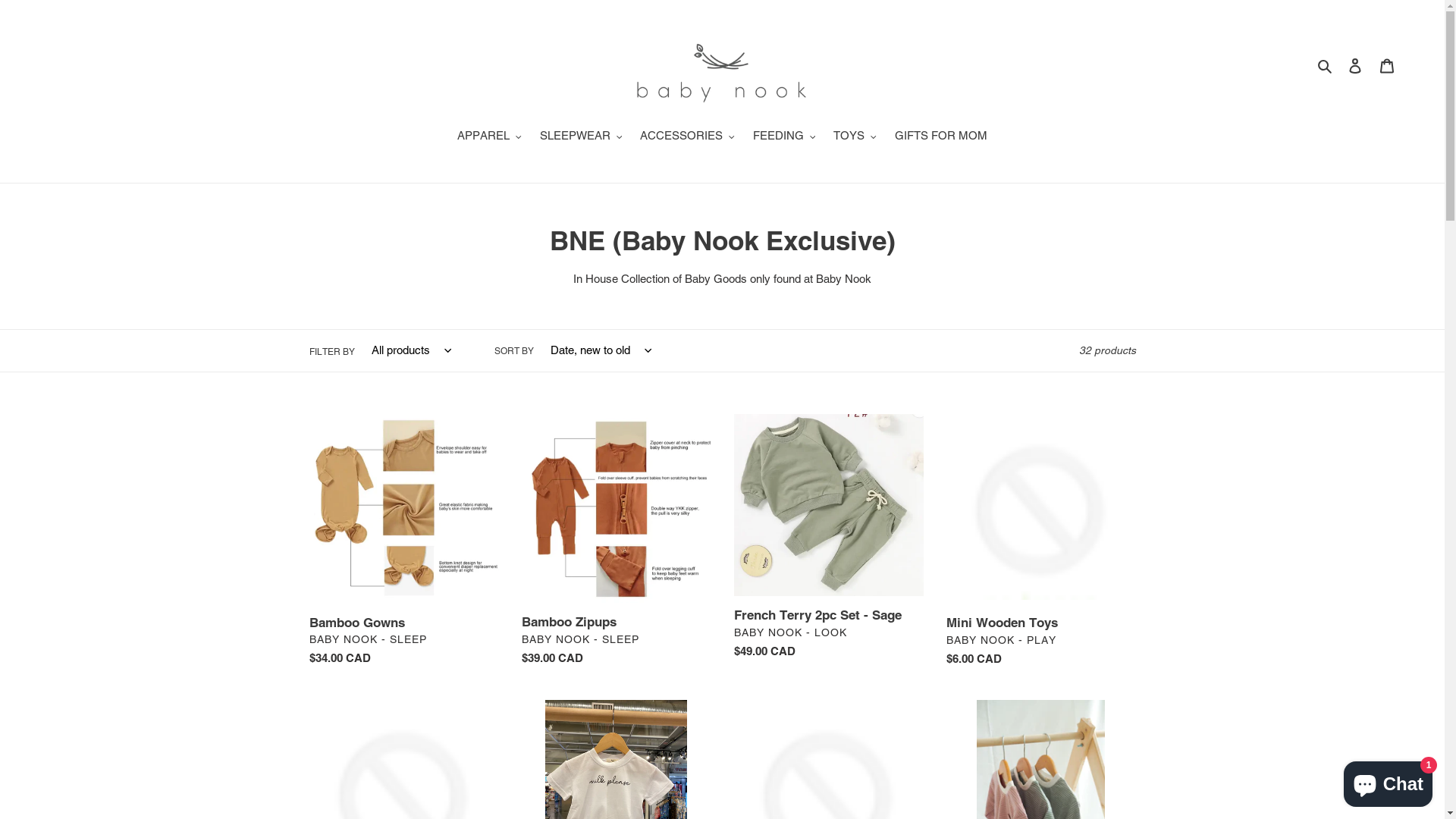 This screenshot has width=1456, height=819. I want to click on 'Log in', so click(1354, 64).